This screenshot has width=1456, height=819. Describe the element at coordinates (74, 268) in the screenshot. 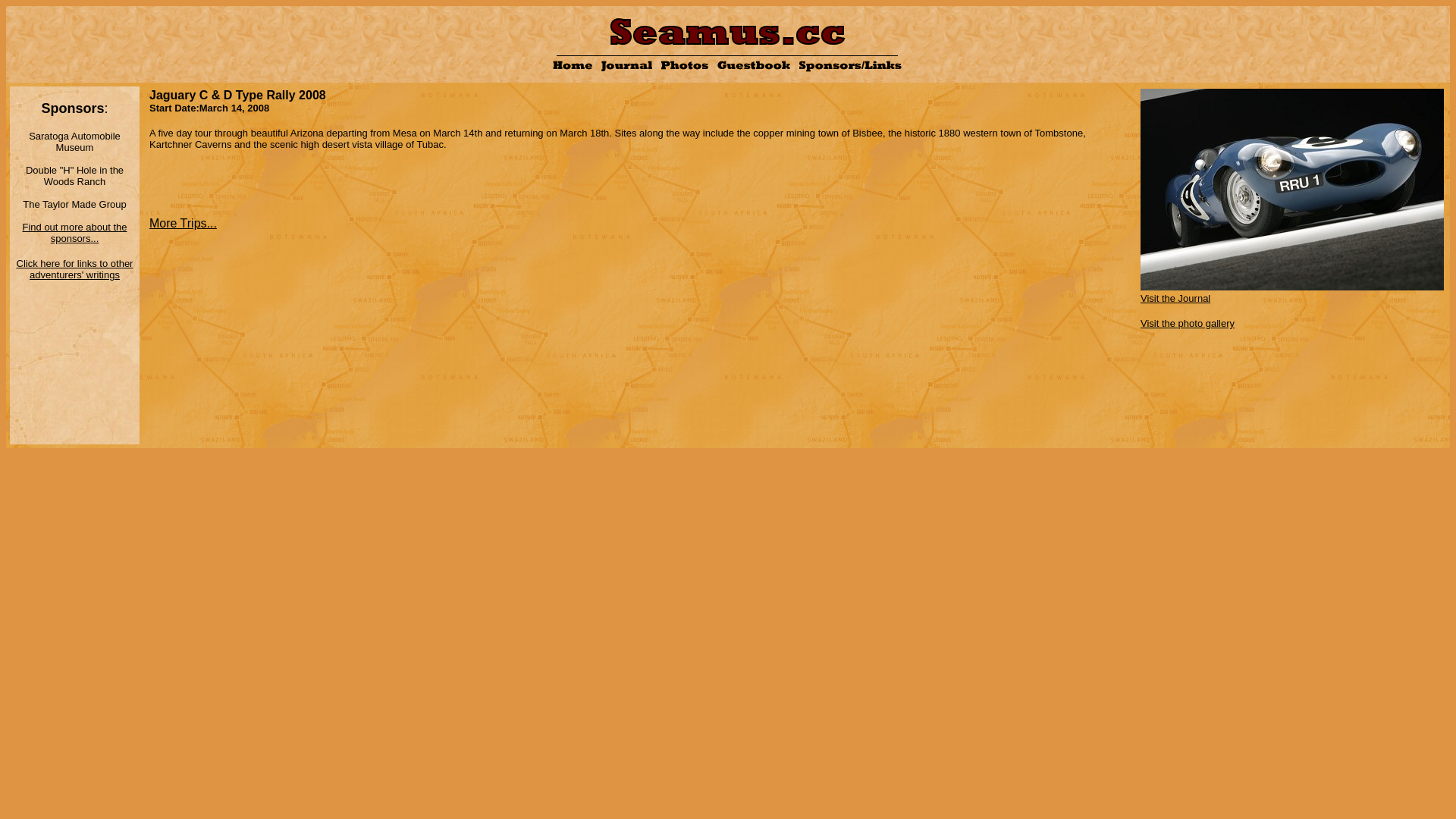

I see `'Click here for links to other adventurers' writings'` at that location.